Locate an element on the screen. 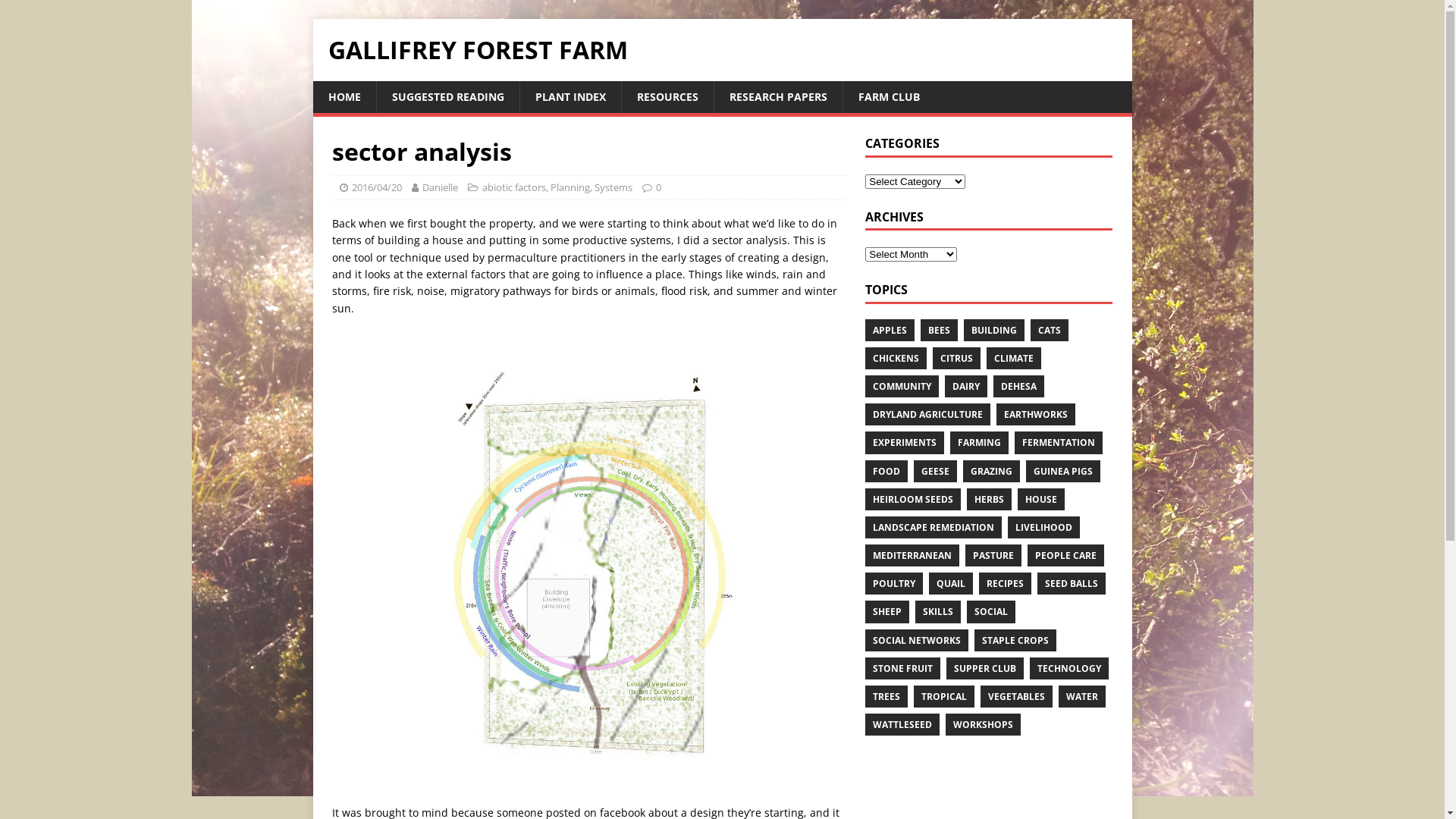 This screenshot has height=819, width=1456. 'QUAIL' is located at coordinates (949, 582).